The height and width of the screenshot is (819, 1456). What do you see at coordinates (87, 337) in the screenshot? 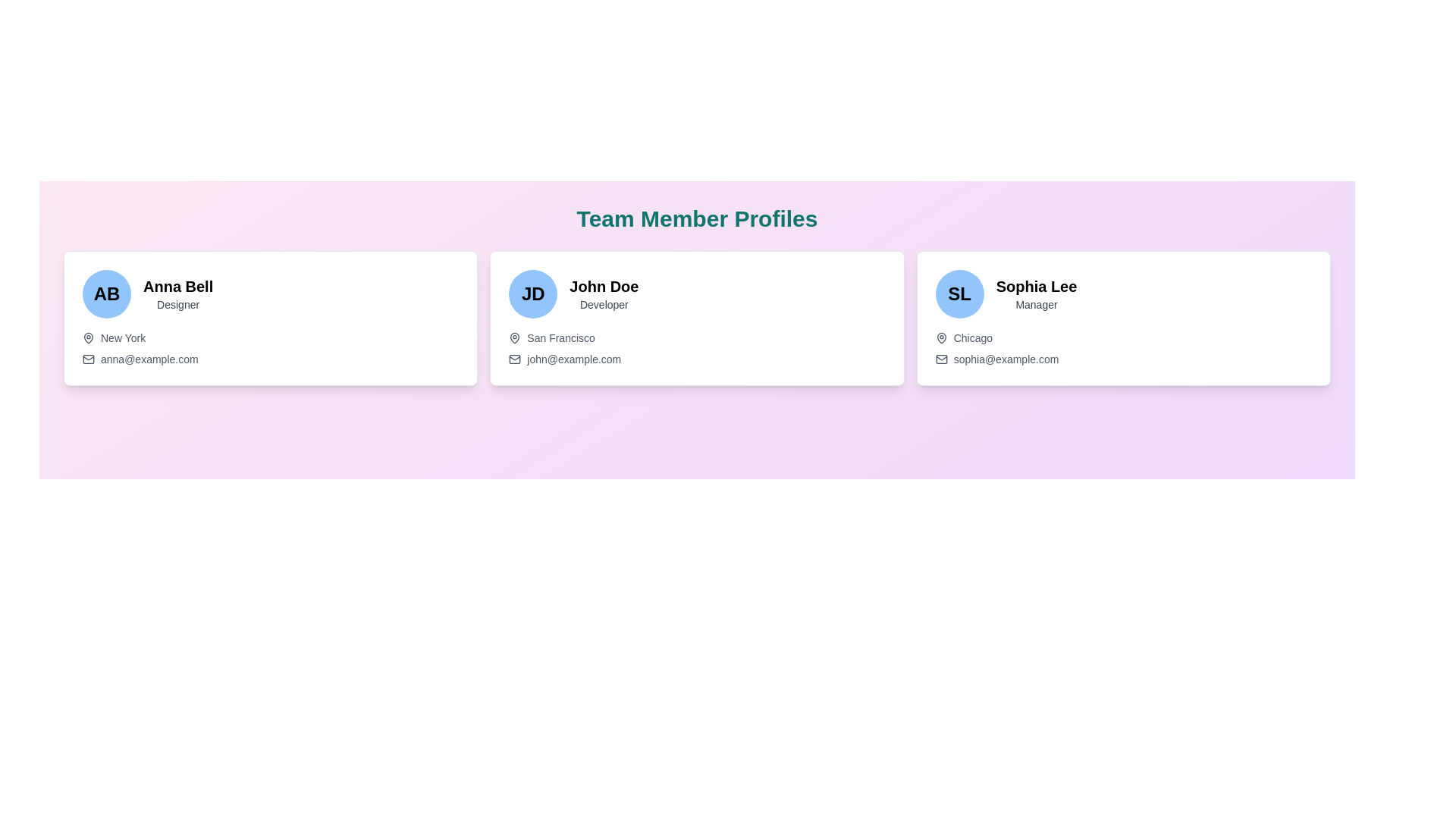
I see `the Decorative Icon located to the left of the text 'New York' within Anna Bell's card` at bounding box center [87, 337].